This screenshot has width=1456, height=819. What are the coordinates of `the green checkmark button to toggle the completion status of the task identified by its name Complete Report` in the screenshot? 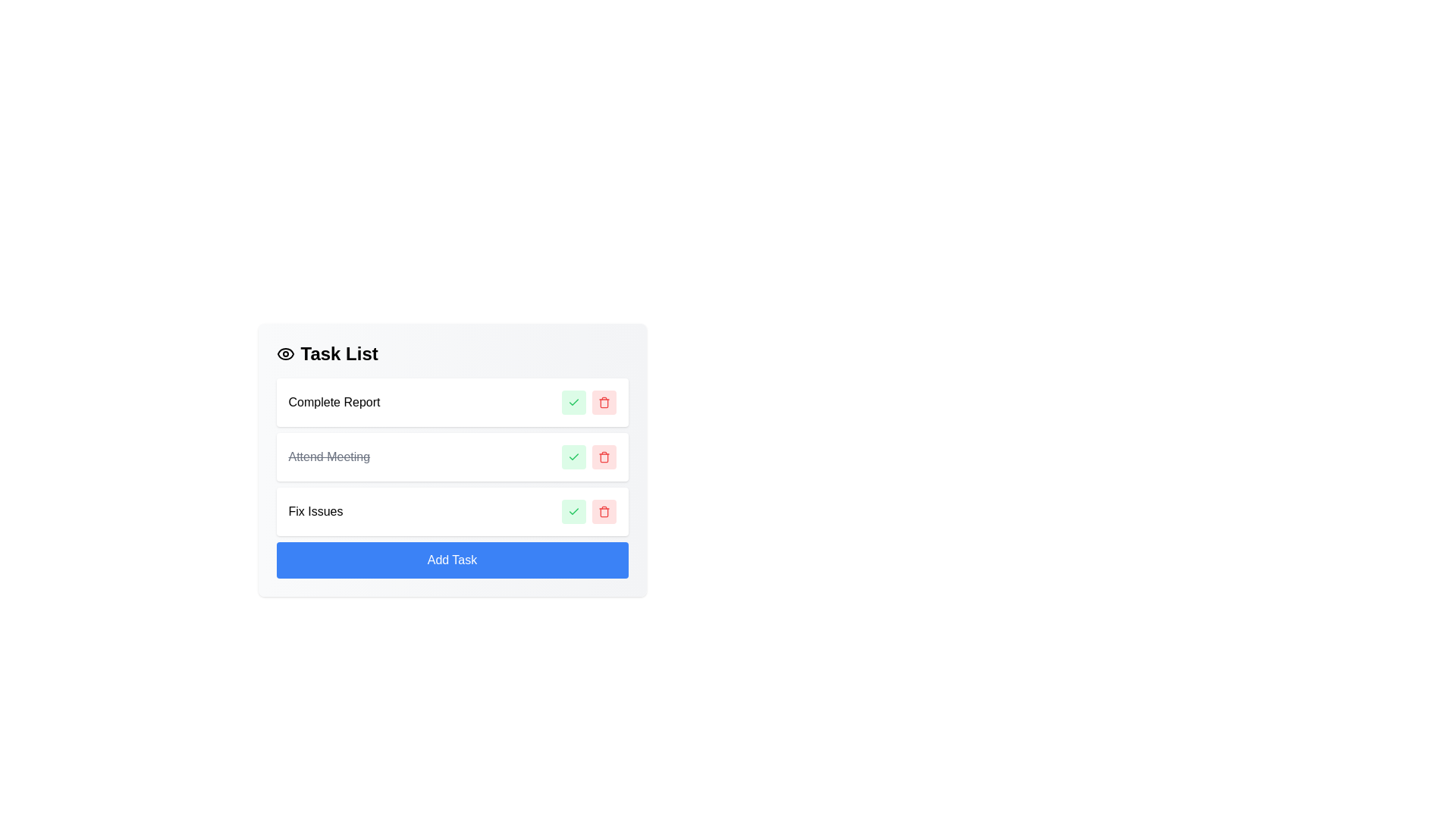 It's located at (573, 402).